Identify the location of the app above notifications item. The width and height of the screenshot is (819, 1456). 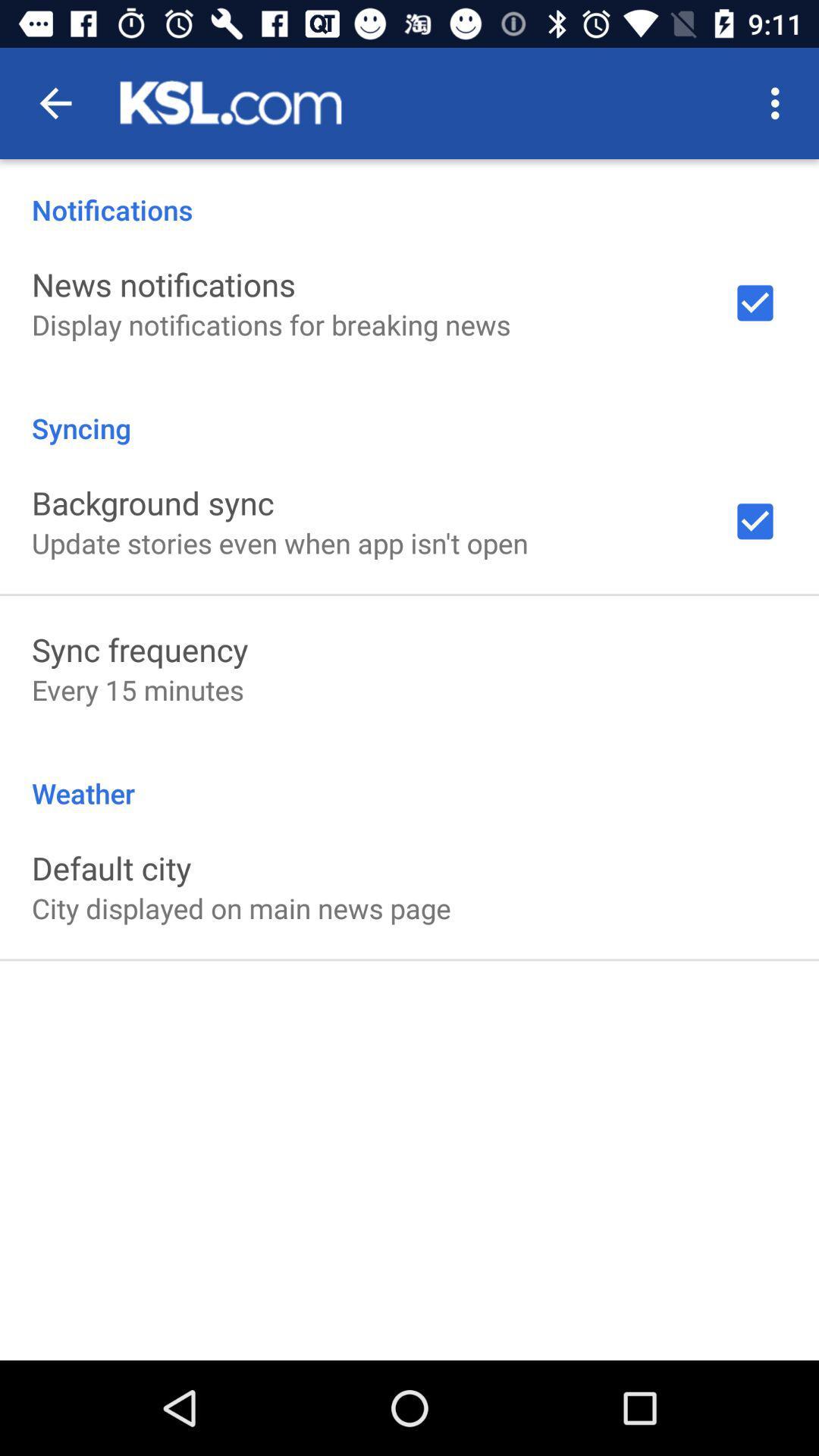
(55, 102).